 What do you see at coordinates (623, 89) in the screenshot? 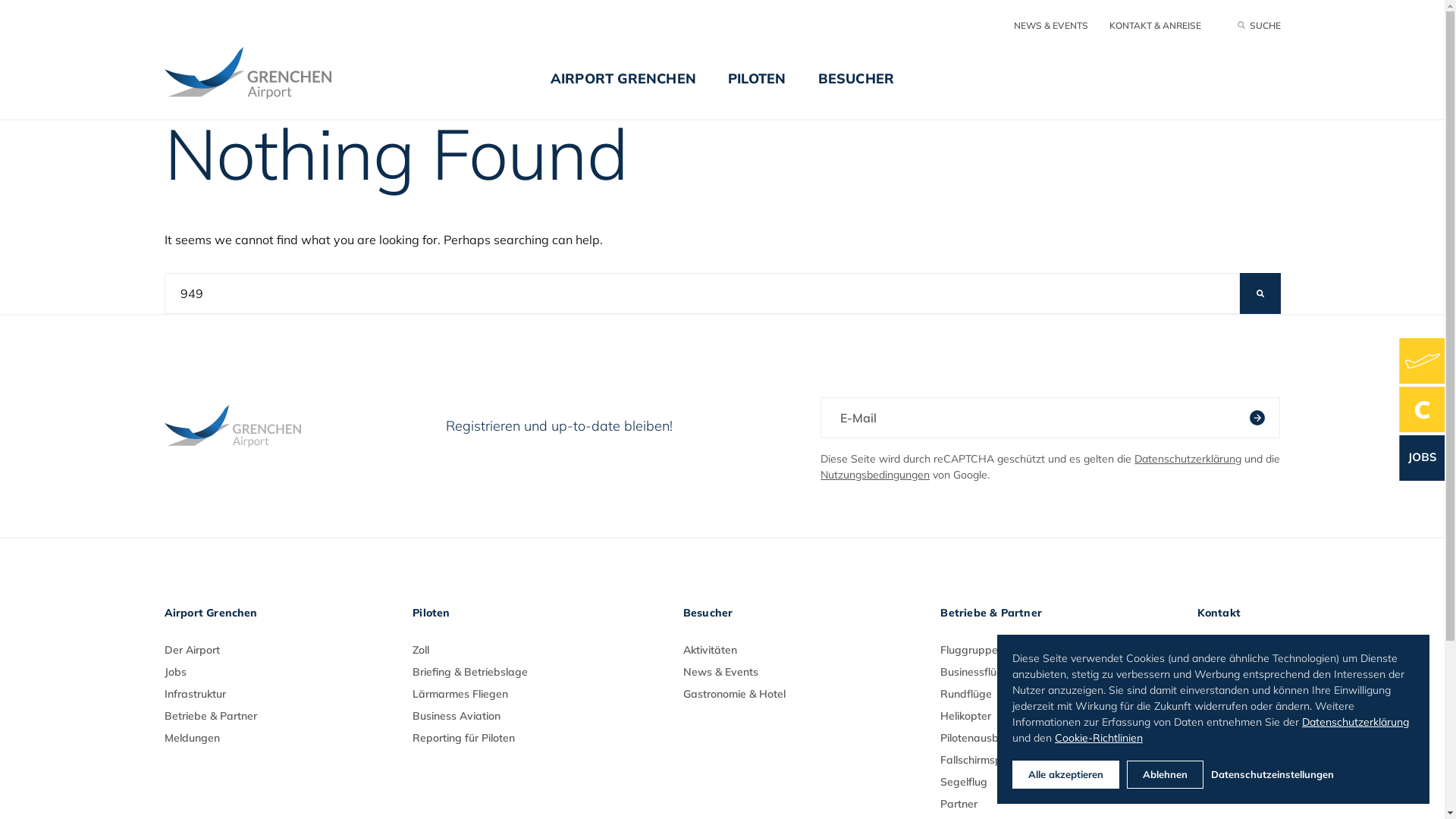
I see `'AIRPORT GRENCHEN'` at bounding box center [623, 89].